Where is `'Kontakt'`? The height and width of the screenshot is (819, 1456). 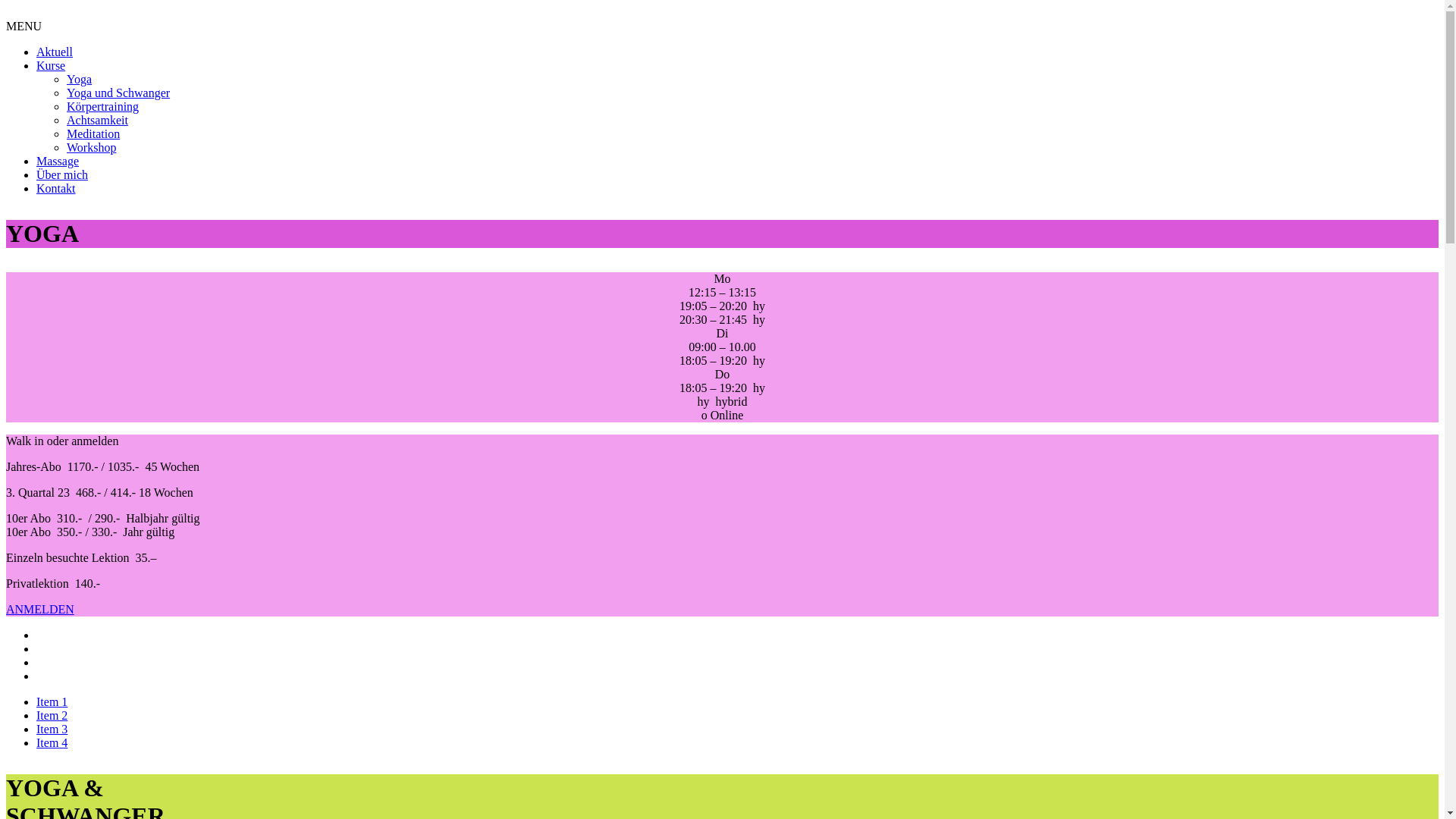
'Kontakt' is located at coordinates (55, 187).